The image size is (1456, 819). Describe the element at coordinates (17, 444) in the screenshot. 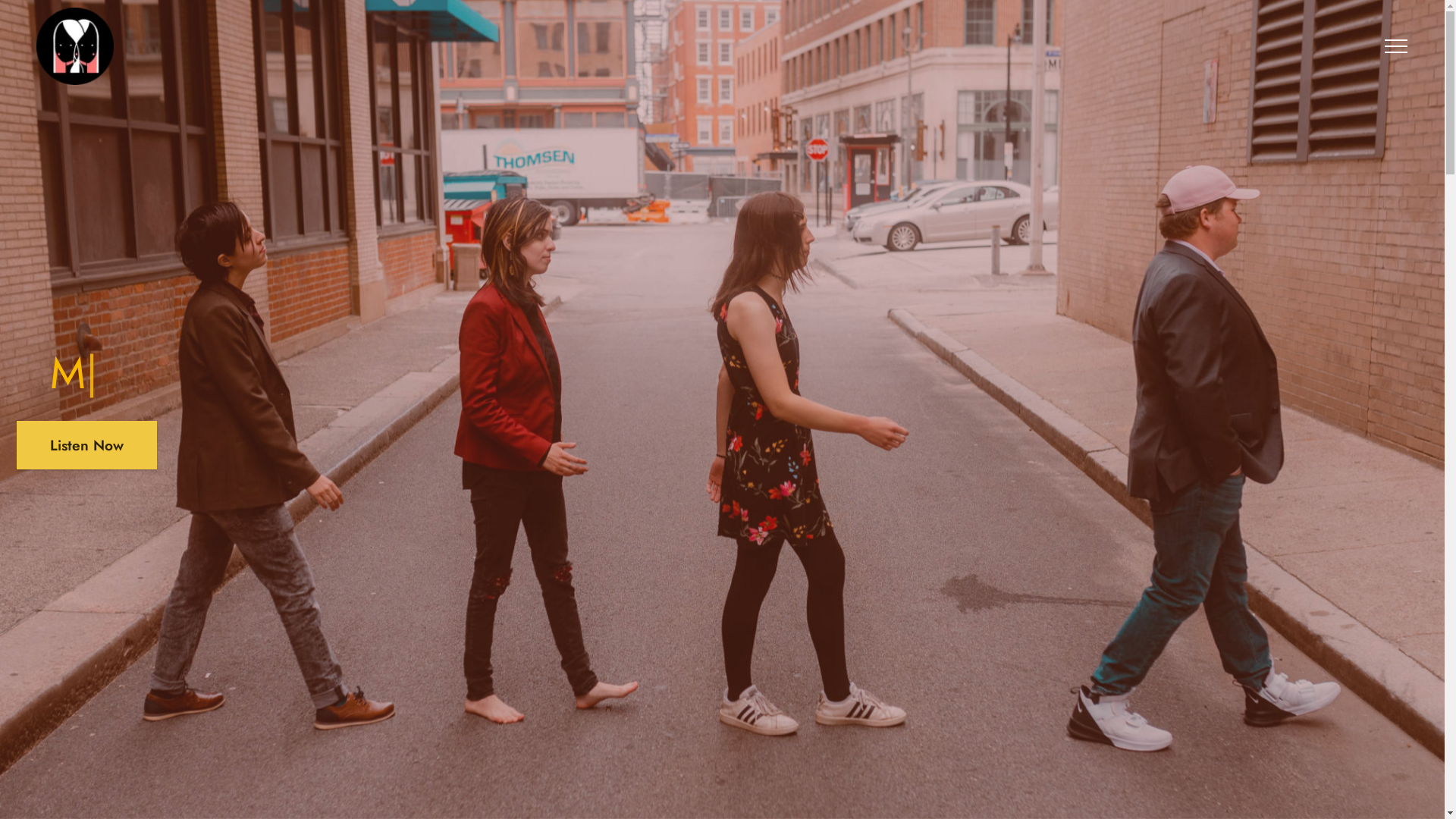

I see `'Listen Now'` at that location.